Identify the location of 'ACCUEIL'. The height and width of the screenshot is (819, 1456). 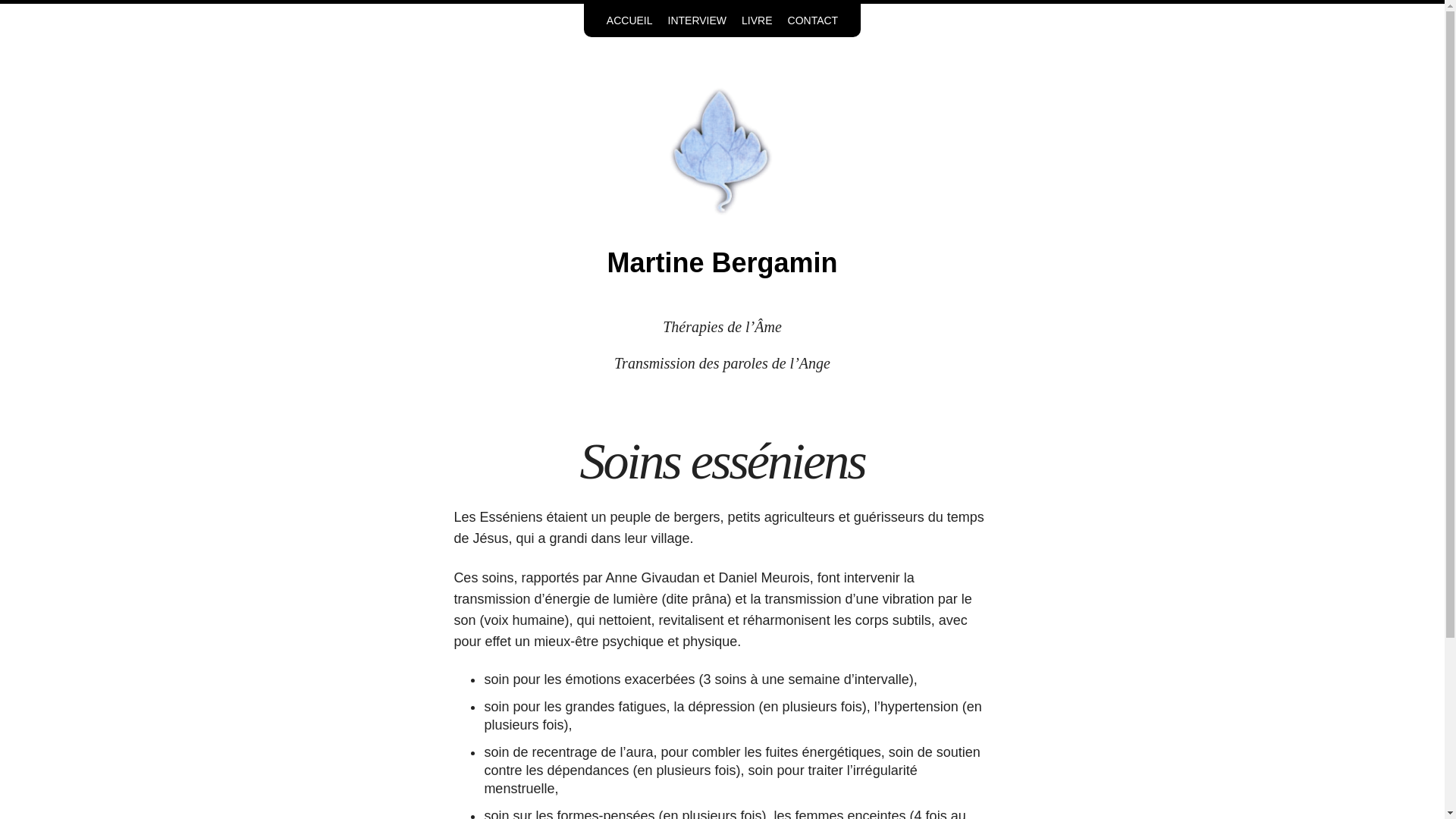
(629, 20).